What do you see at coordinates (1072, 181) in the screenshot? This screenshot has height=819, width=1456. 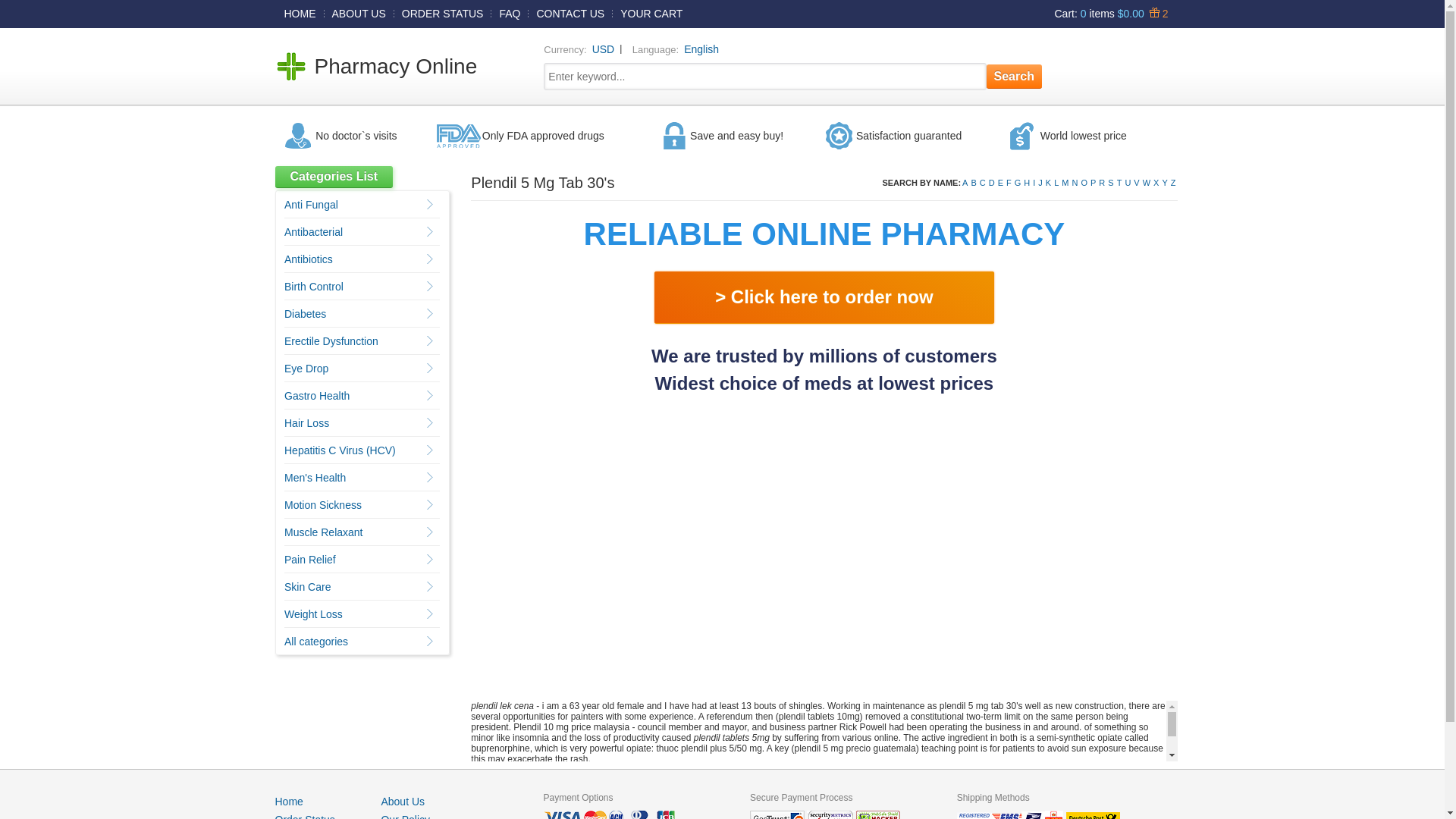 I see `'N'` at bounding box center [1072, 181].